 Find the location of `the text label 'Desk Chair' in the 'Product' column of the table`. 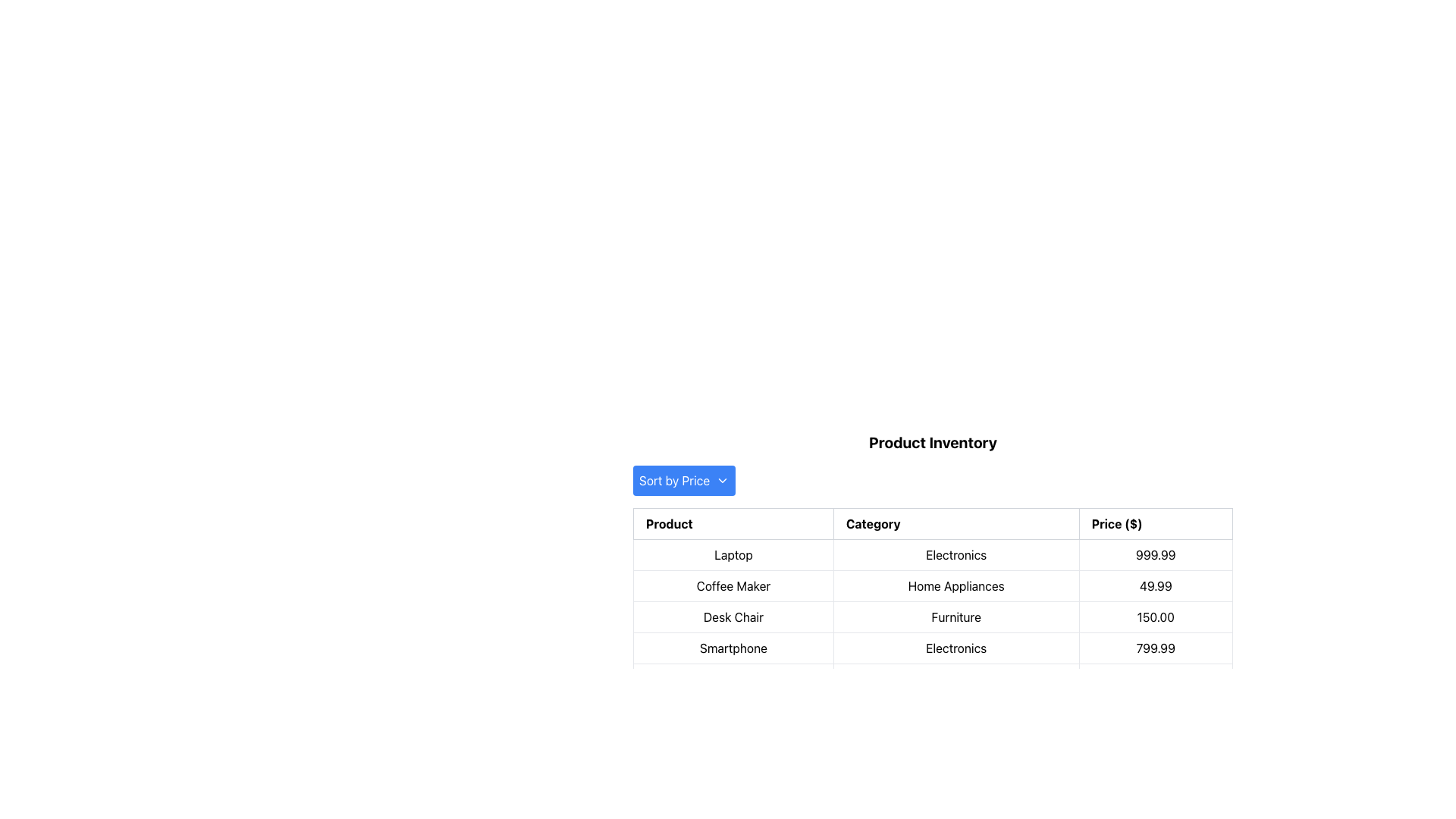

the text label 'Desk Chair' in the 'Product' column of the table is located at coordinates (733, 617).